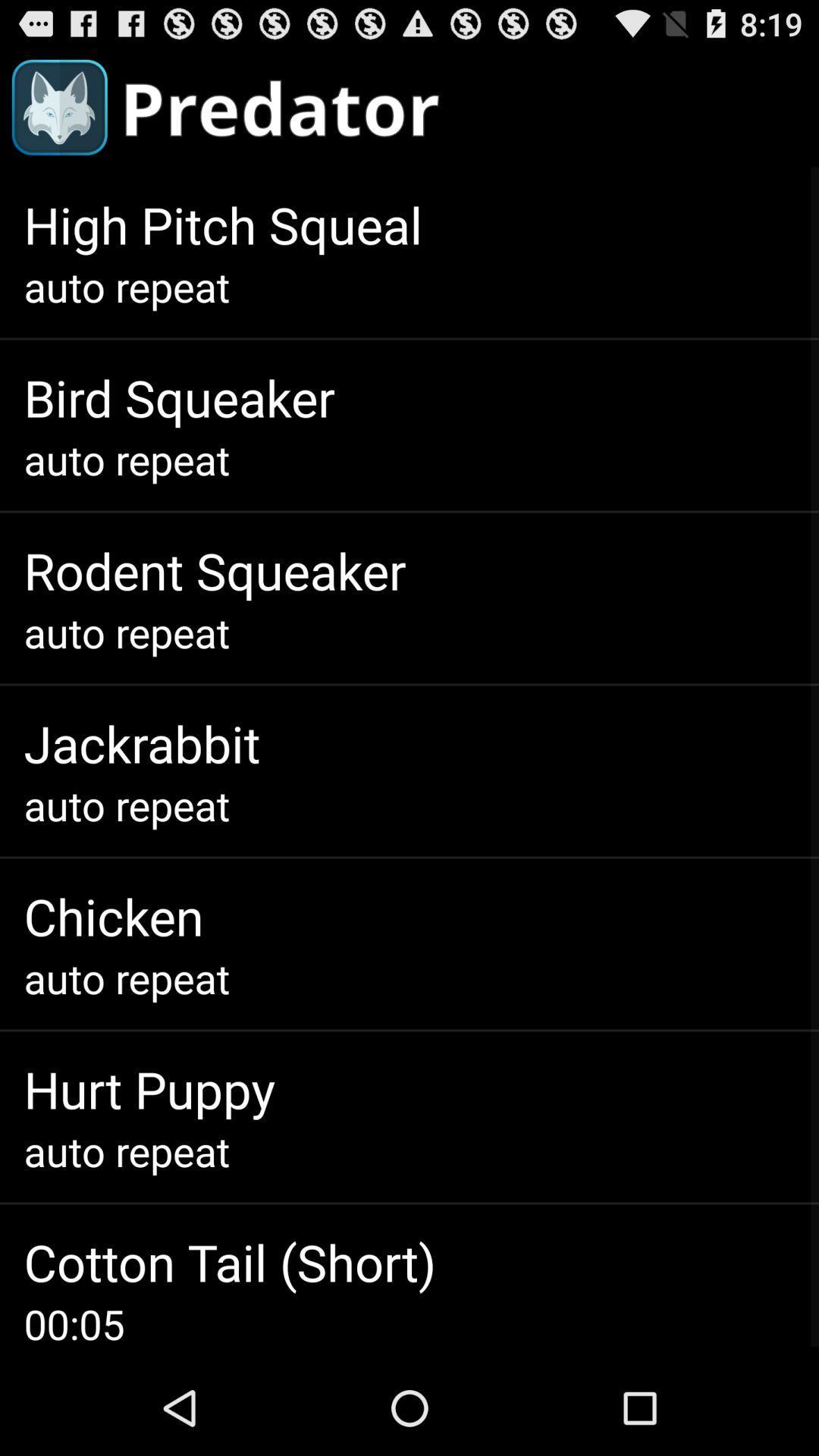 The image size is (819, 1456). I want to click on item above auto repeat app, so click(215, 570).